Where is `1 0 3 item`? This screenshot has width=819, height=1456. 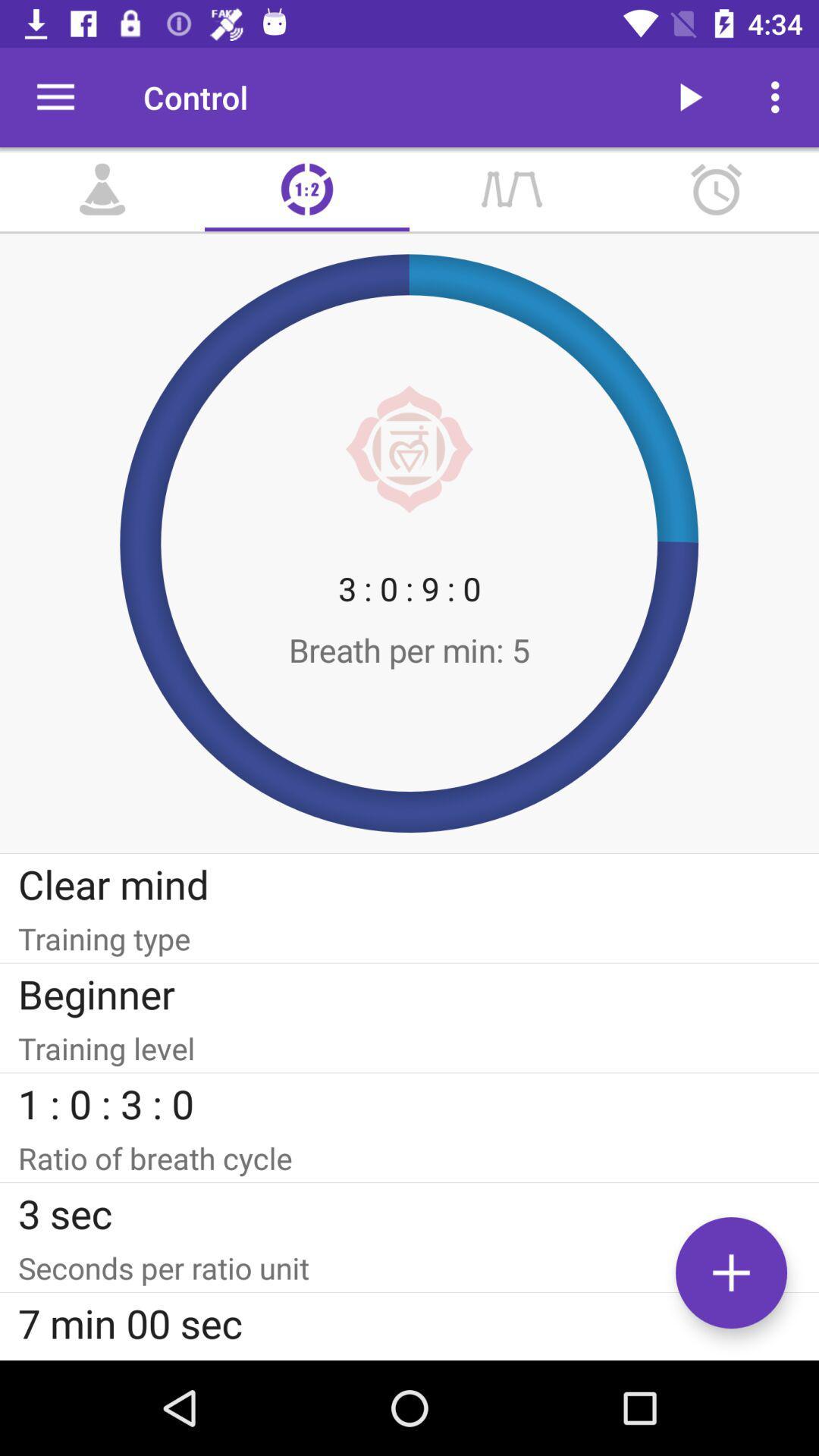 1 0 3 item is located at coordinates (409, 1103).